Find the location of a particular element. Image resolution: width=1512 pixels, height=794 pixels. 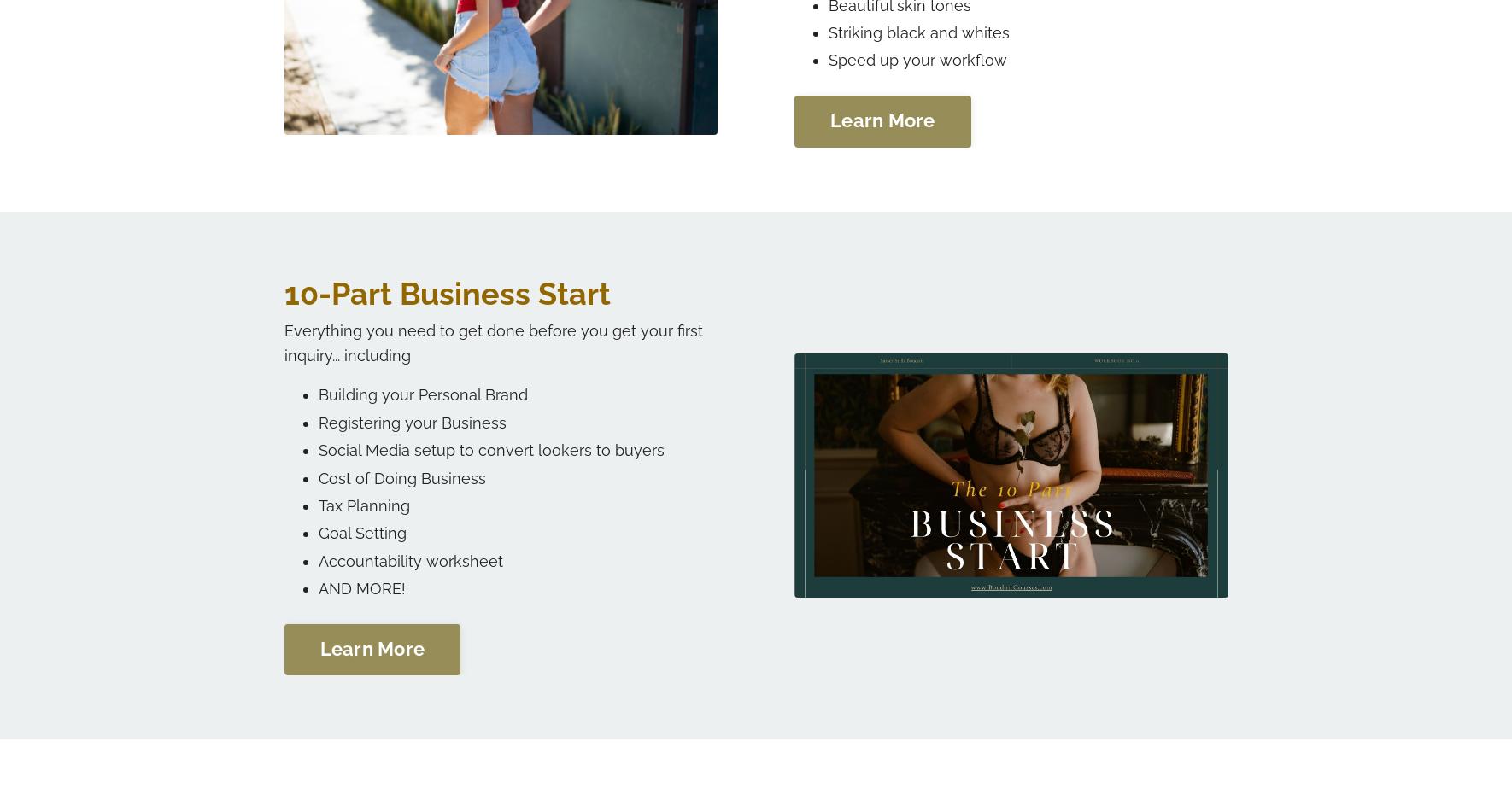

'Everything you need to get done before you get your first inquiry... including' is located at coordinates (493, 342).